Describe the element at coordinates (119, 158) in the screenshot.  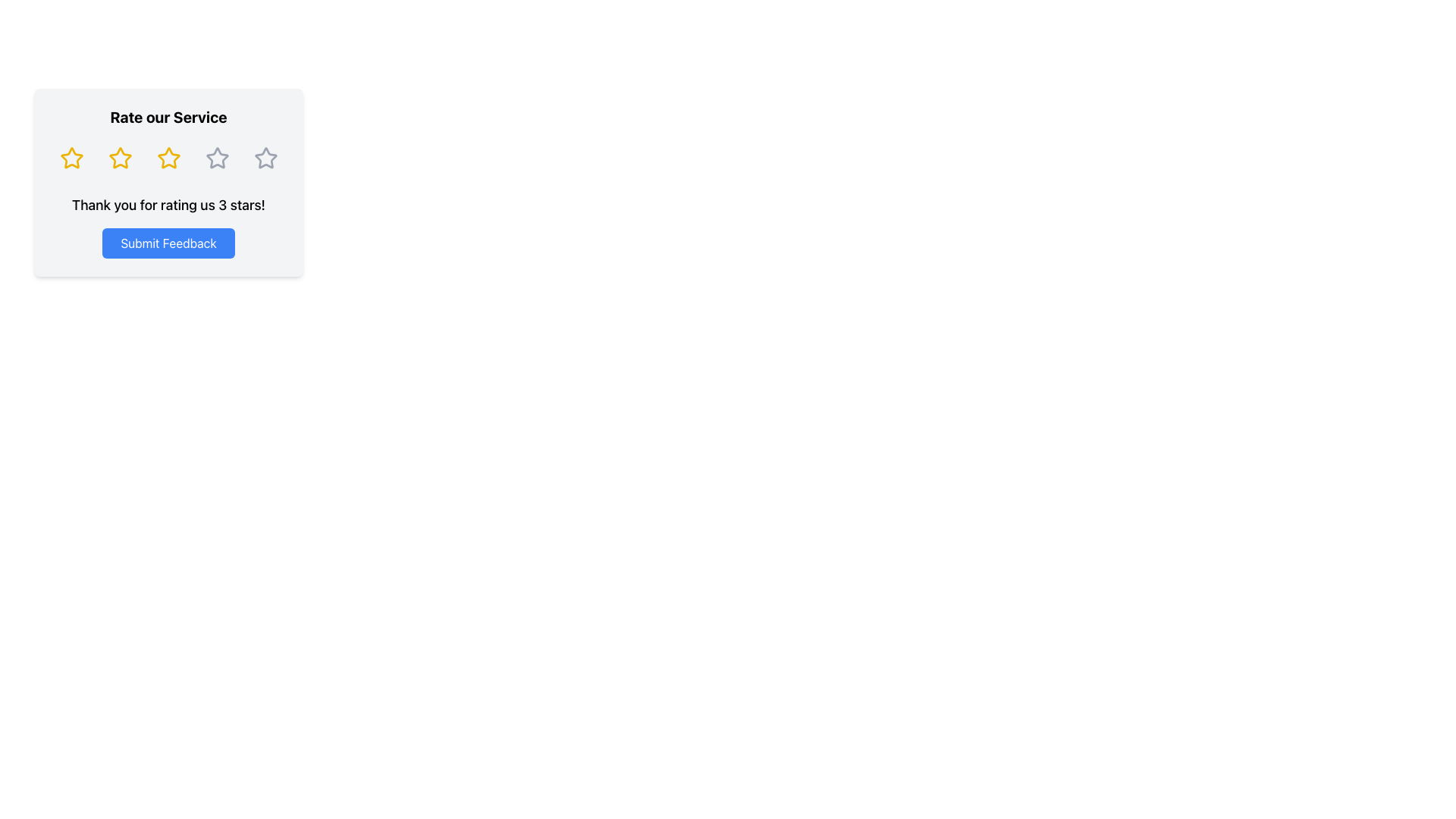
I see `the second star in the horizontal row of rating stars` at that location.